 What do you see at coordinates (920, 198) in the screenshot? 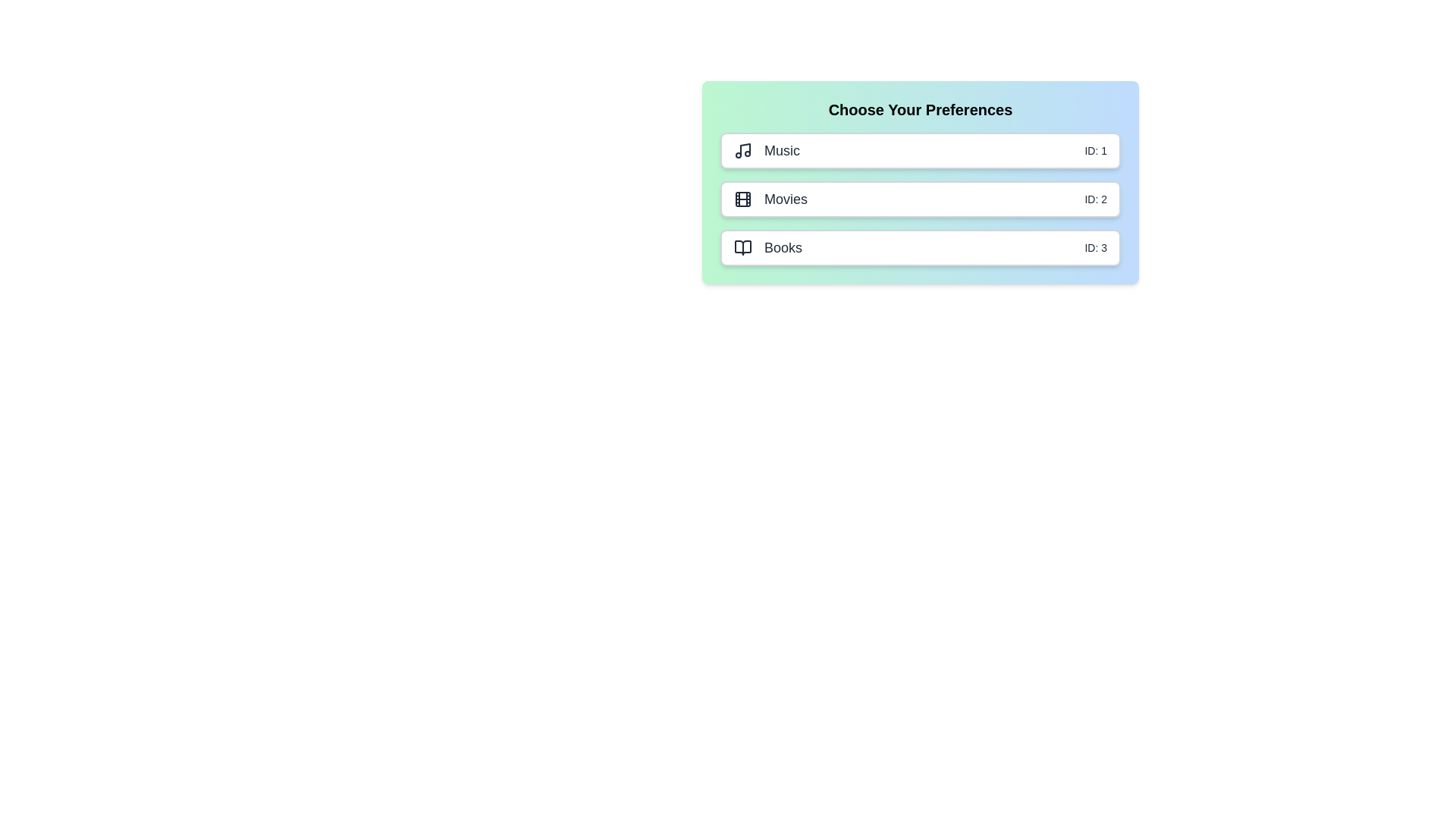
I see `the multimedia item Movies from the list` at bounding box center [920, 198].